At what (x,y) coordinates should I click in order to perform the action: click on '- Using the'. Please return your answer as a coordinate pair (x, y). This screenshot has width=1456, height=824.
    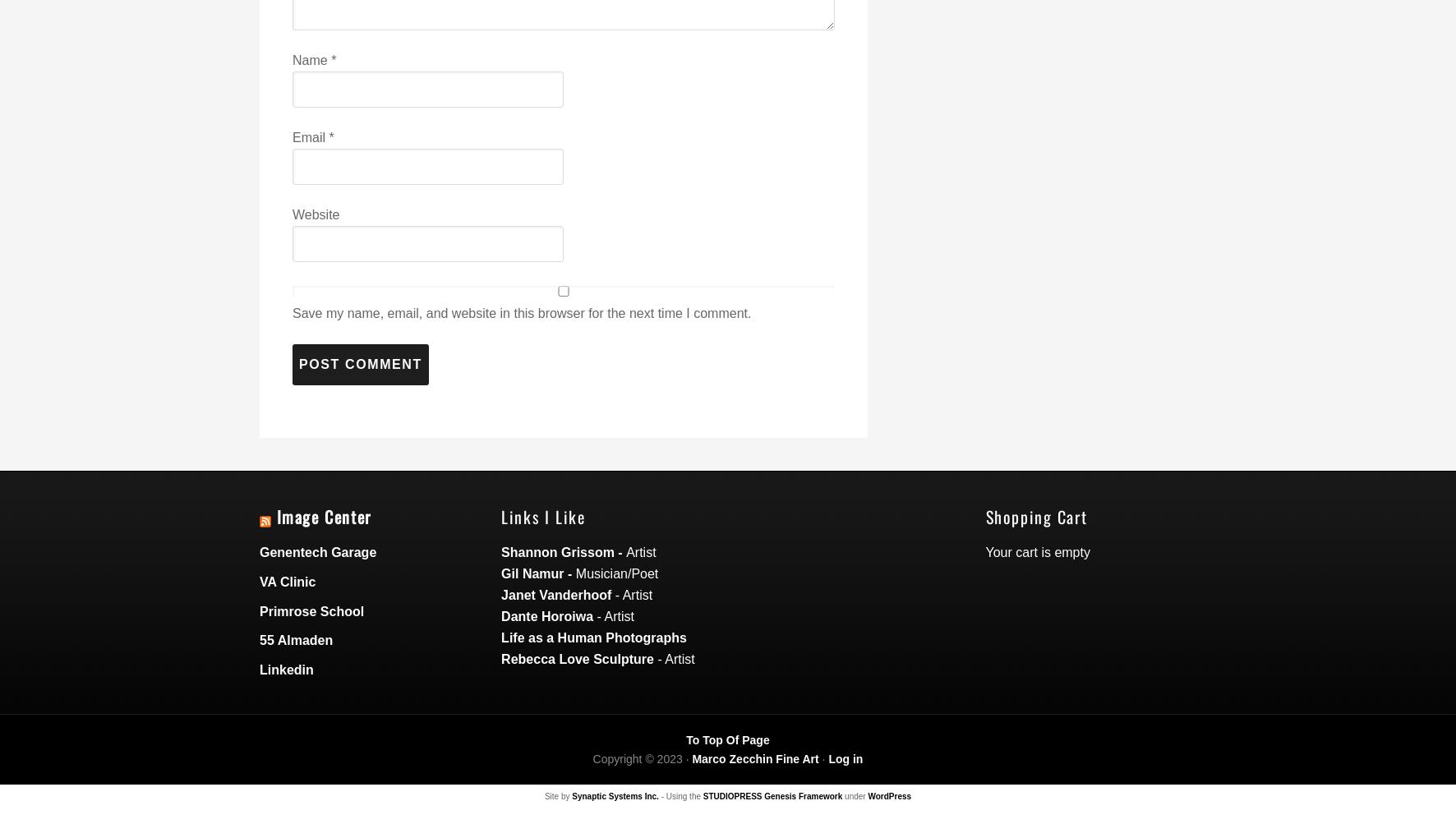
    Looking at the image, I should click on (680, 795).